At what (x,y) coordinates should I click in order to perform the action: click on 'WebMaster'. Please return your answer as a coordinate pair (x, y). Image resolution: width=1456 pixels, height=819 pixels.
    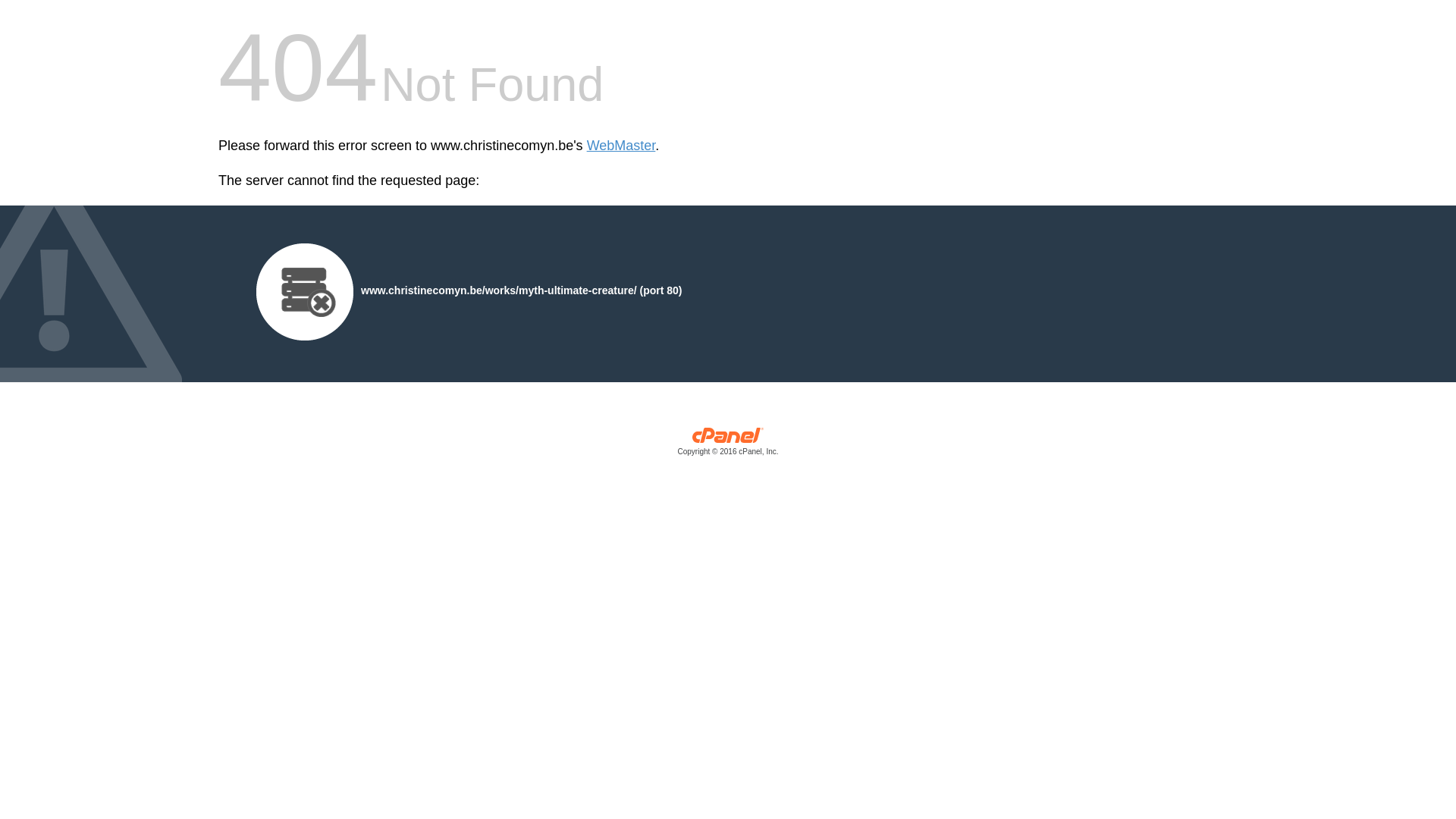
    Looking at the image, I should click on (621, 146).